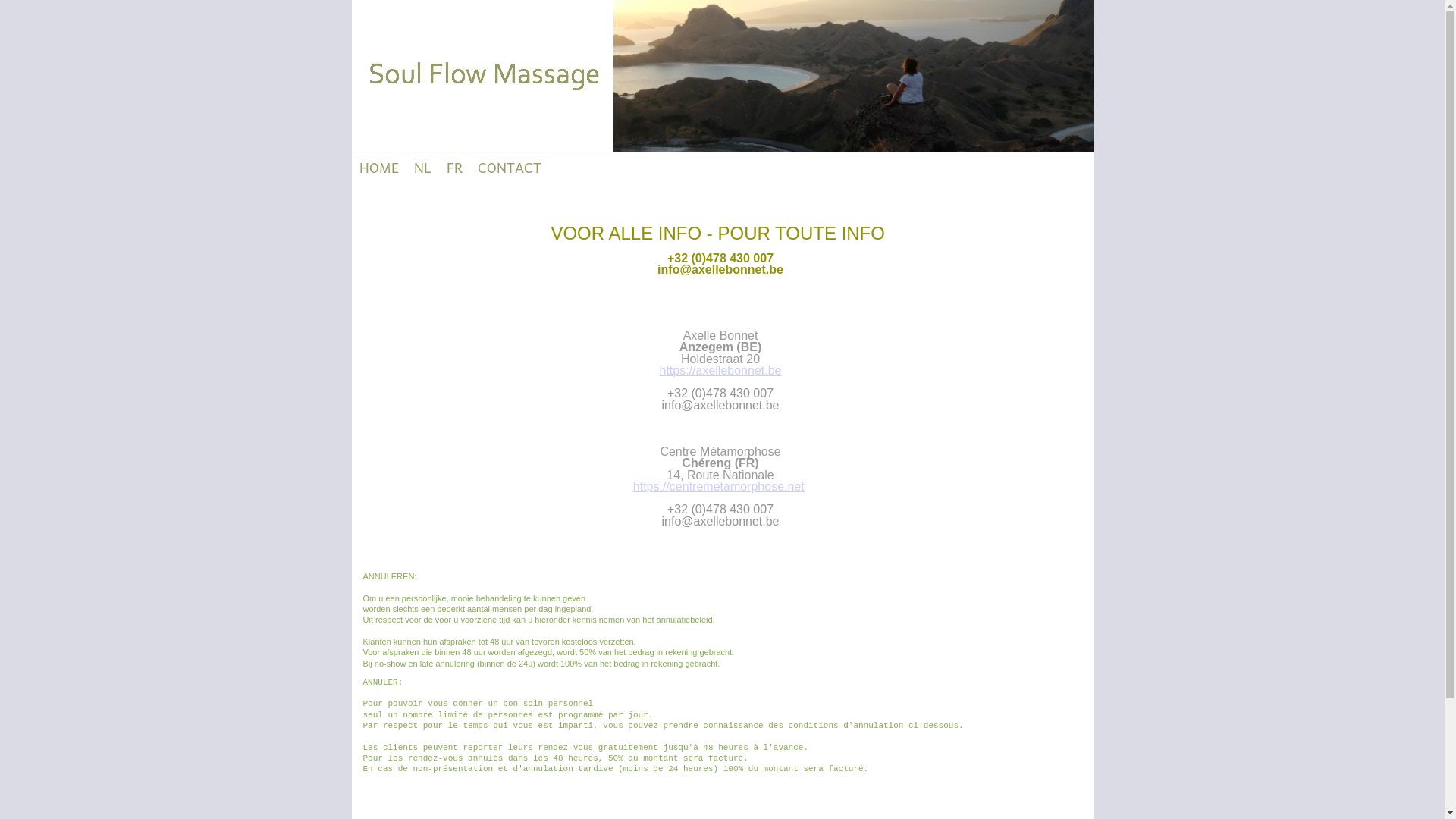 This screenshot has width=1456, height=819. What do you see at coordinates (658, 370) in the screenshot?
I see `'https://axellebonnet.be'` at bounding box center [658, 370].